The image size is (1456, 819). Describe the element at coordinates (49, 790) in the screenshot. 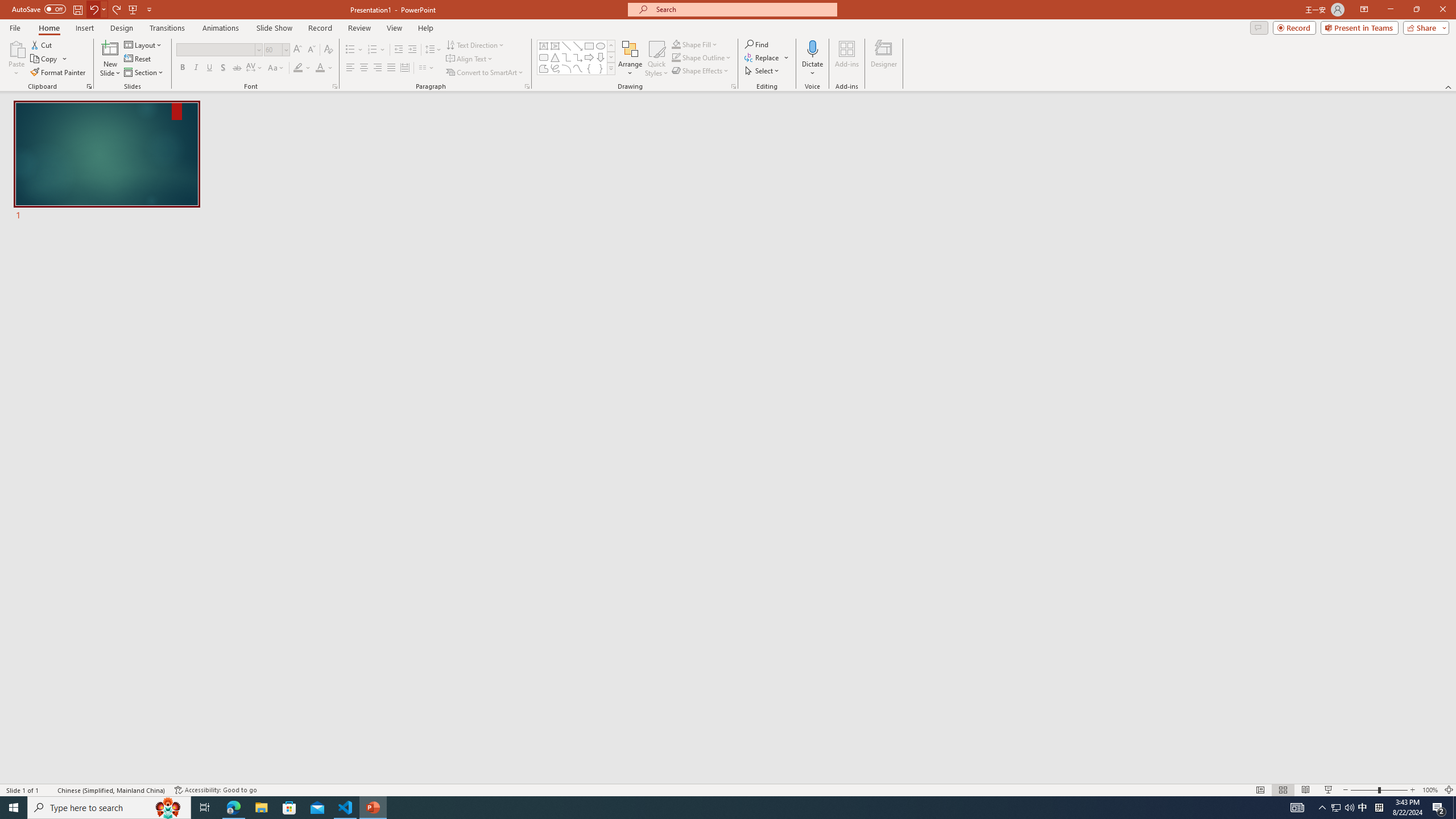

I see `'Spell Check '` at that location.